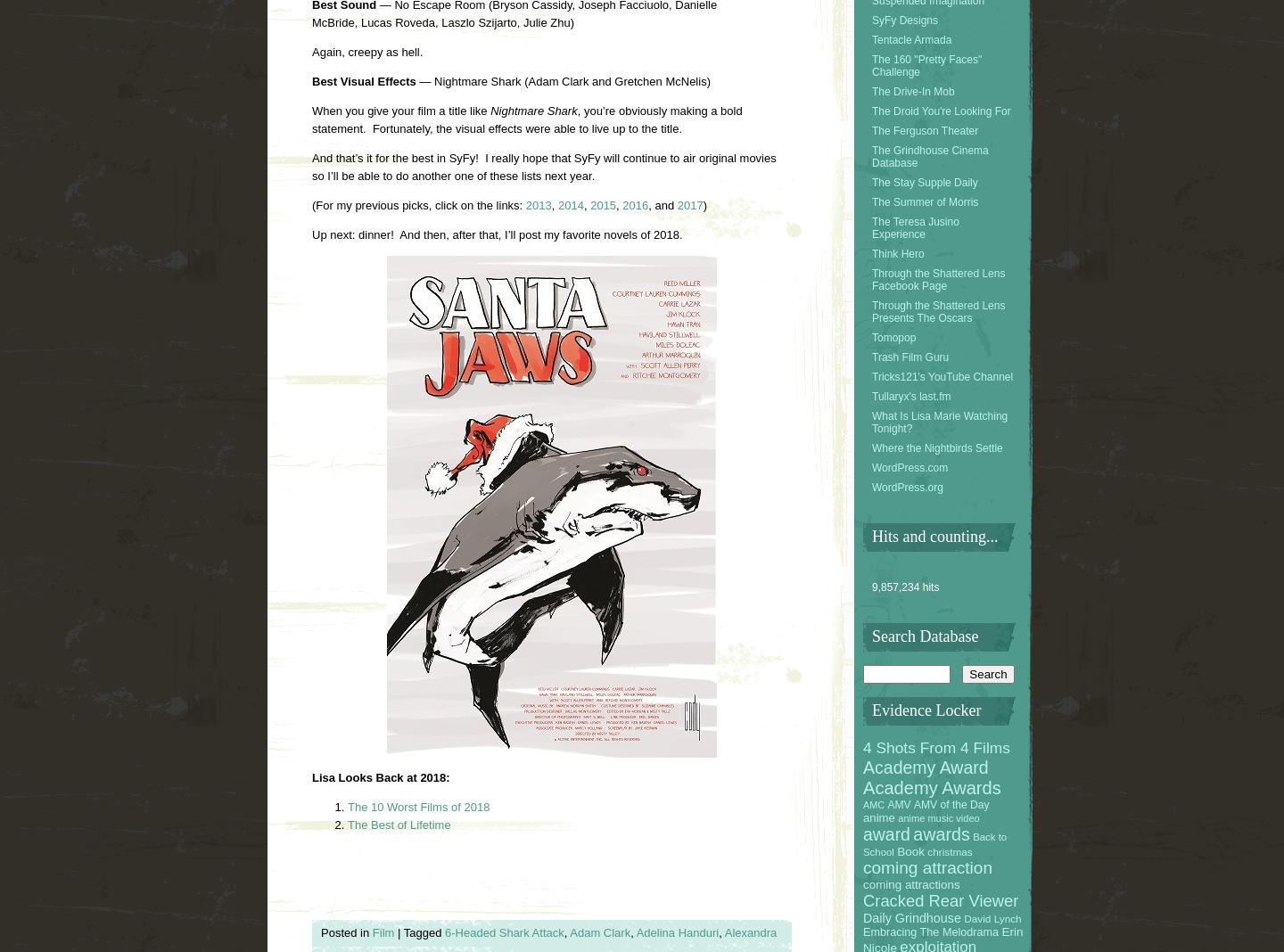 The height and width of the screenshot is (952, 1284). Describe the element at coordinates (896, 816) in the screenshot. I see `'anime music video'` at that location.